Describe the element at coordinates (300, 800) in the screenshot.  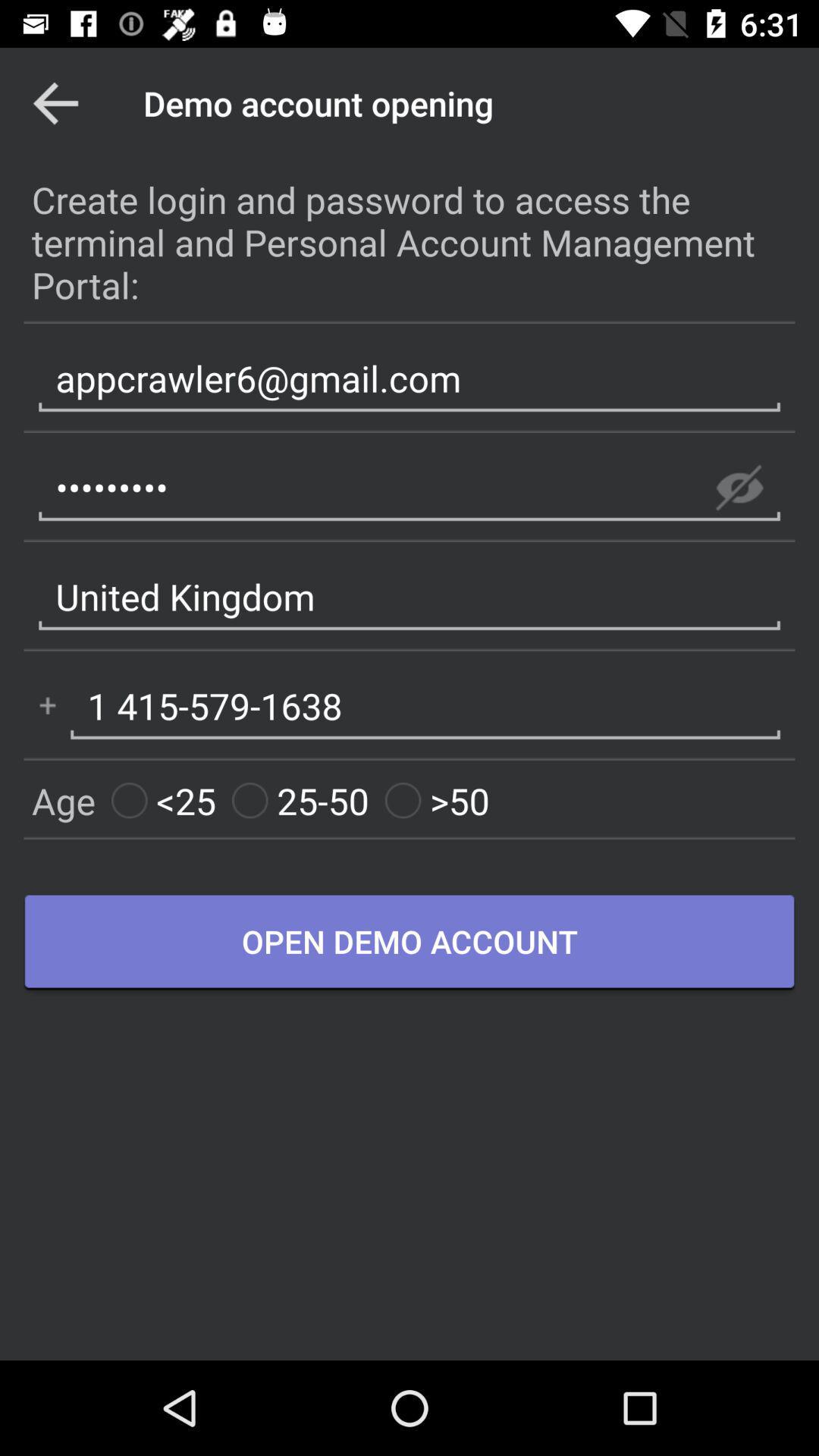
I see `icon above the open demo account` at that location.